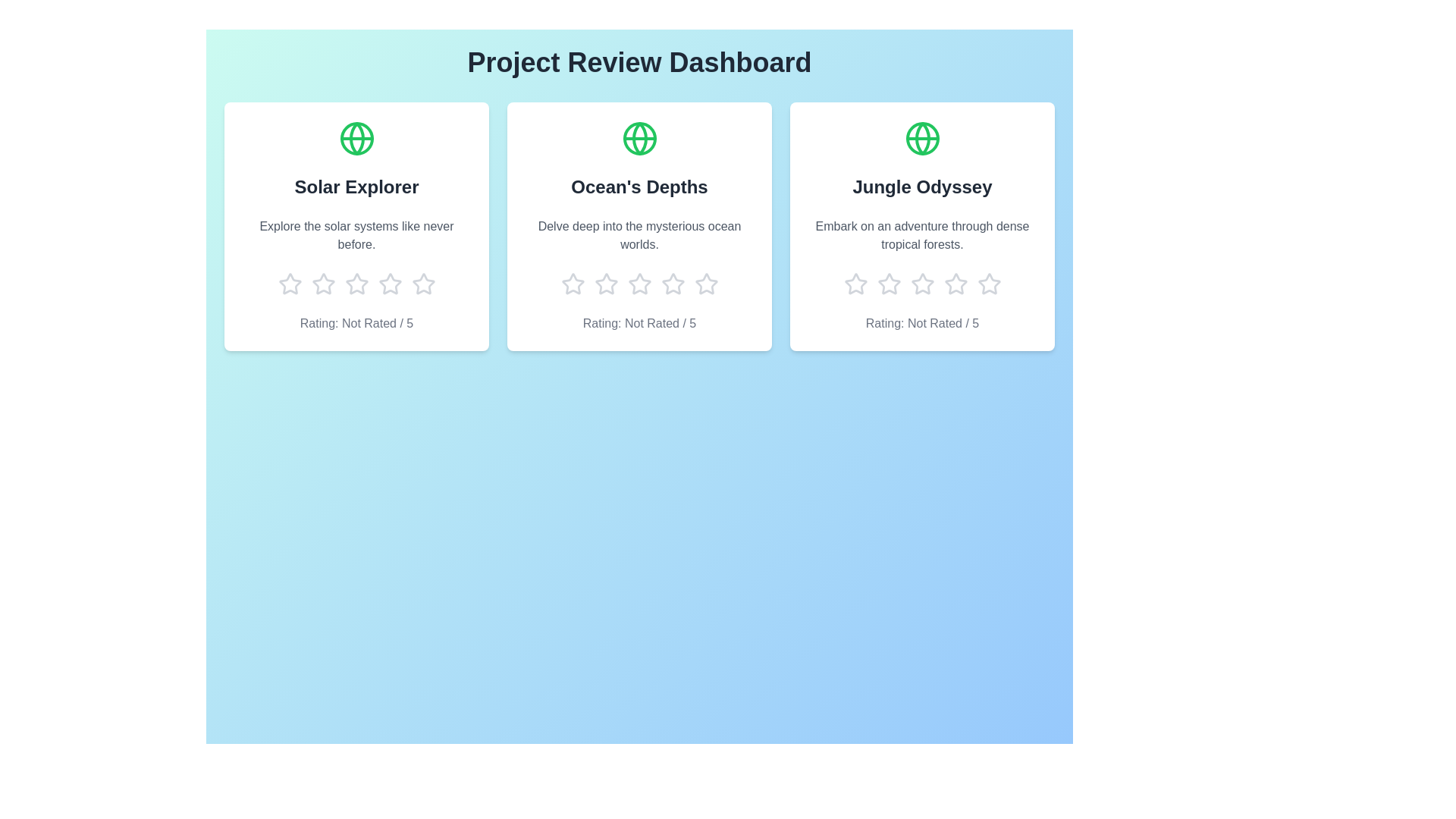 This screenshot has height=819, width=1456. Describe the element at coordinates (921, 227) in the screenshot. I see `the project card for Jungle Odyssey to view its details` at that location.